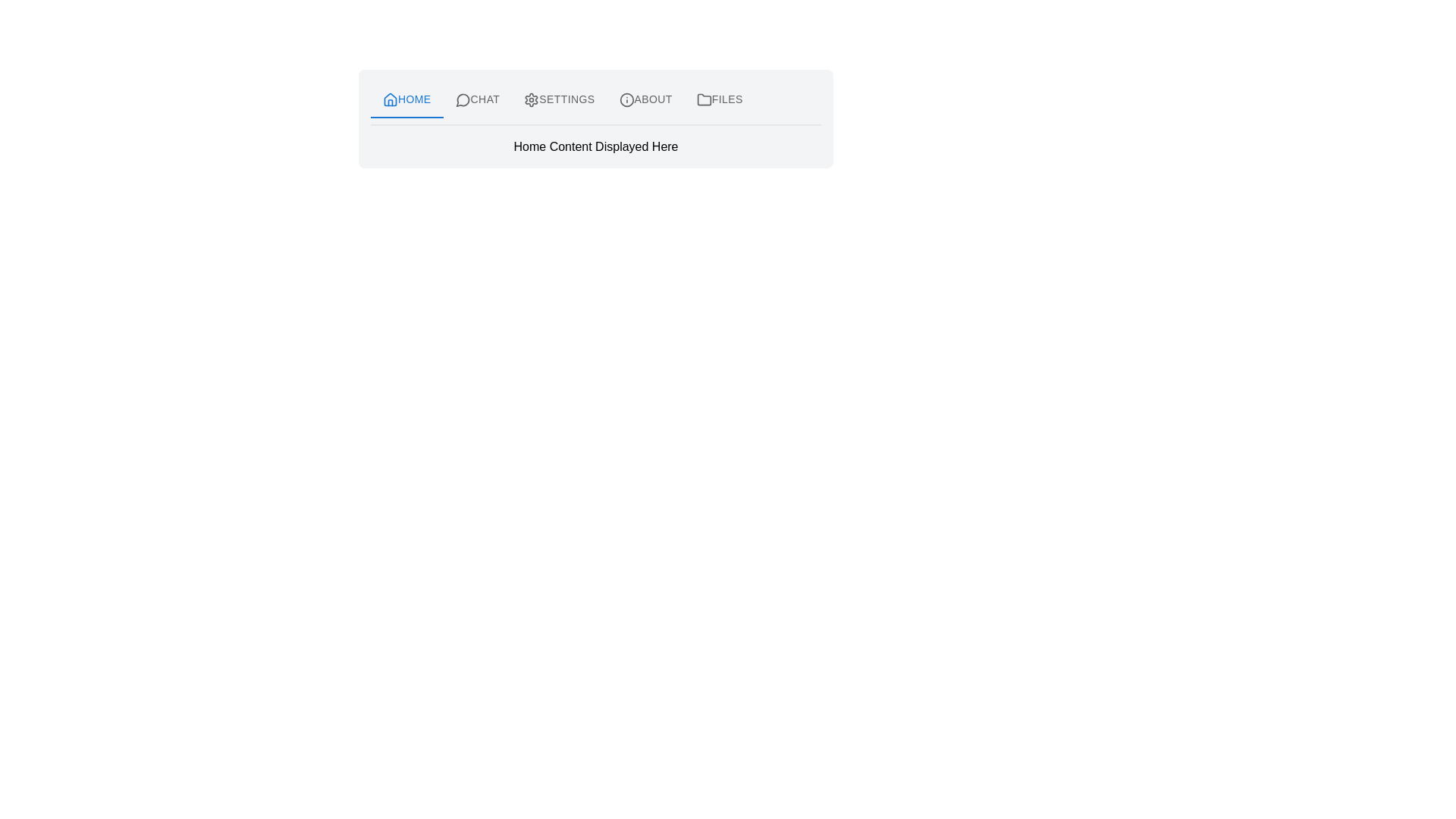  What do you see at coordinates (626, 99) in the screenshot?
I see `the informational icon located in the navigation bar next to the 'About' text` at bounding box center [626, 99].